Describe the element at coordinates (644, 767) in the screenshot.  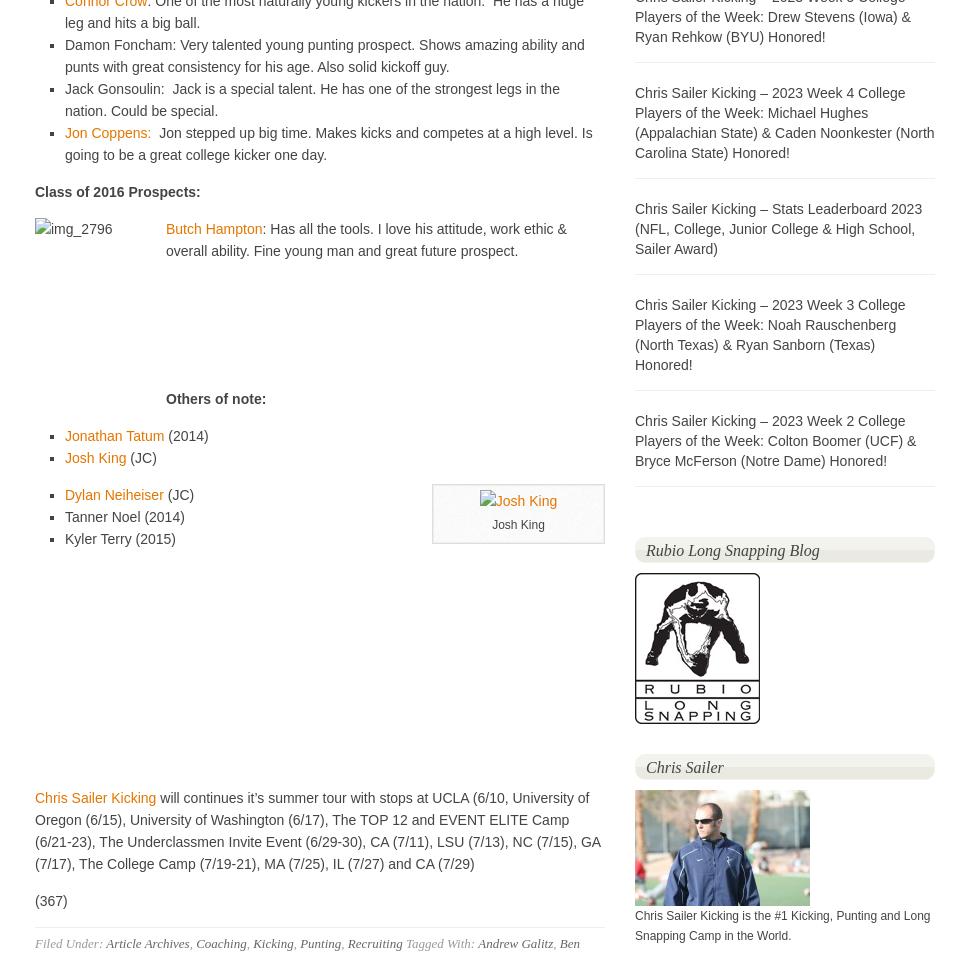
I see `'Chris Sailer'` at that location.